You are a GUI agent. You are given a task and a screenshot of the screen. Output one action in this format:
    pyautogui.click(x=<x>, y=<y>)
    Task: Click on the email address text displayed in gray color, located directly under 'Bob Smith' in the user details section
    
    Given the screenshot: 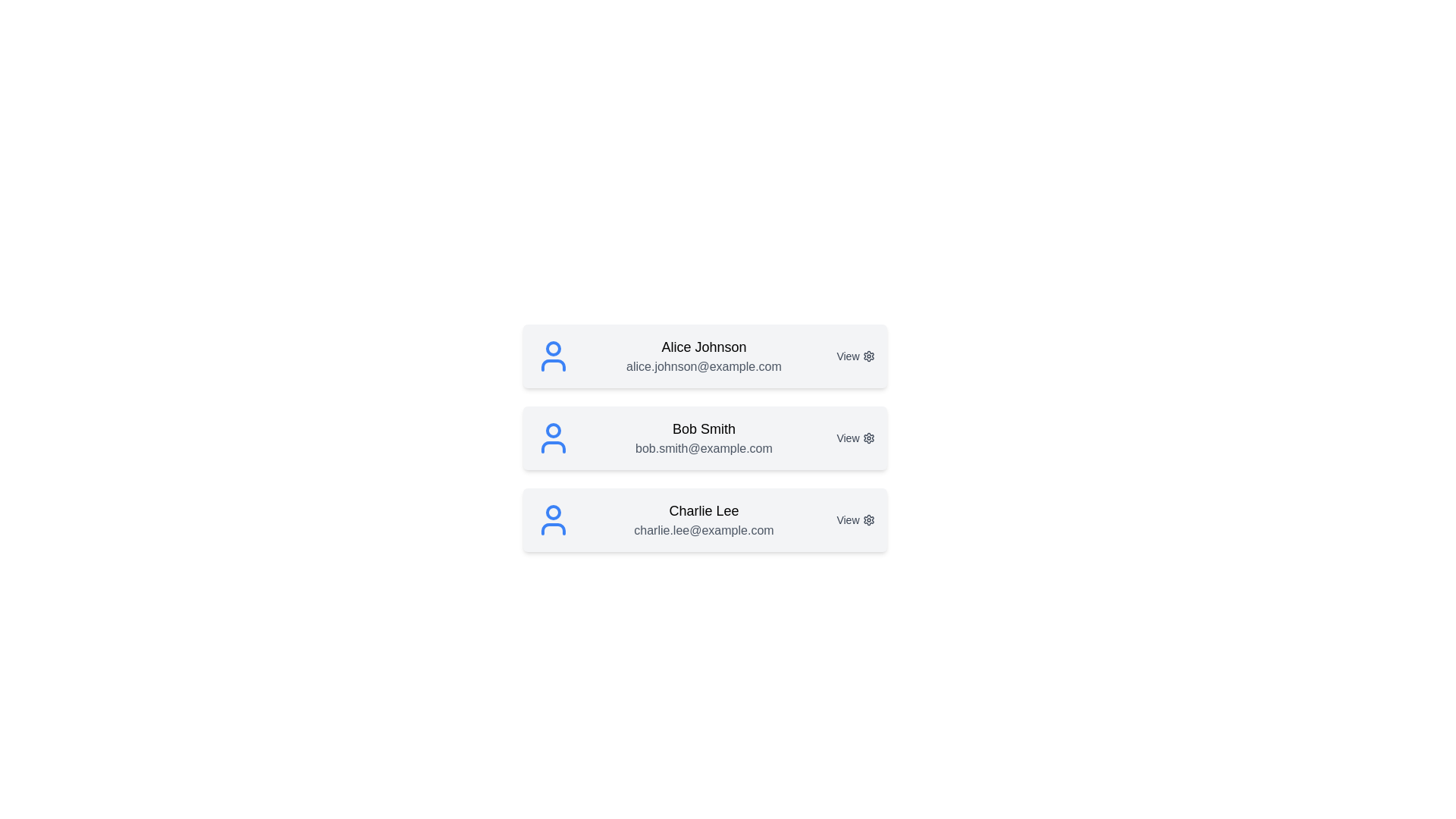 What is the action you would take?
    pyautogui.click(x=703, y=447)
    